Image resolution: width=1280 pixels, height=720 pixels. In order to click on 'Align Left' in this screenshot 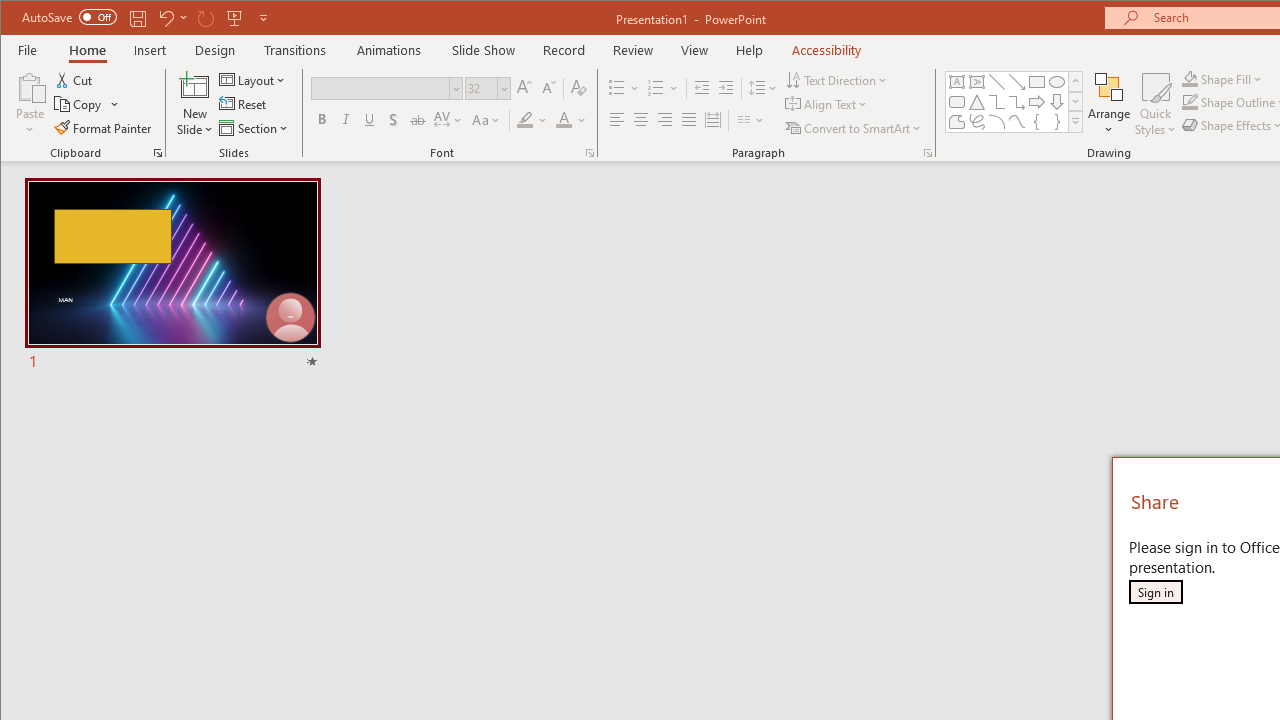, I will do `click(615, 120)`.